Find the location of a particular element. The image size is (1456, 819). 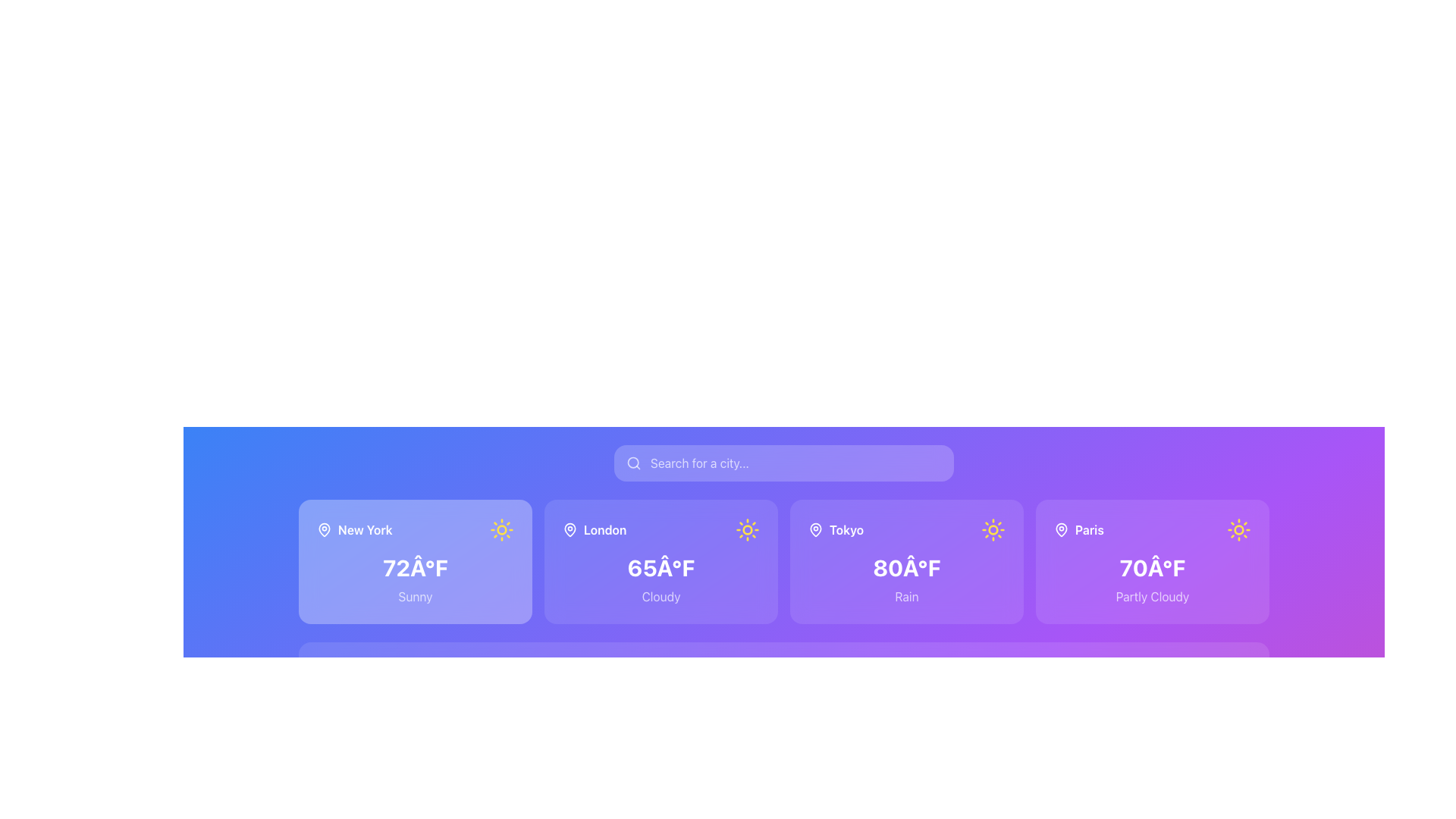

the alignment of the 'Sunny' text label, which is located below the temperature display in the weather information card for New York is located at coordinates (415, 595).